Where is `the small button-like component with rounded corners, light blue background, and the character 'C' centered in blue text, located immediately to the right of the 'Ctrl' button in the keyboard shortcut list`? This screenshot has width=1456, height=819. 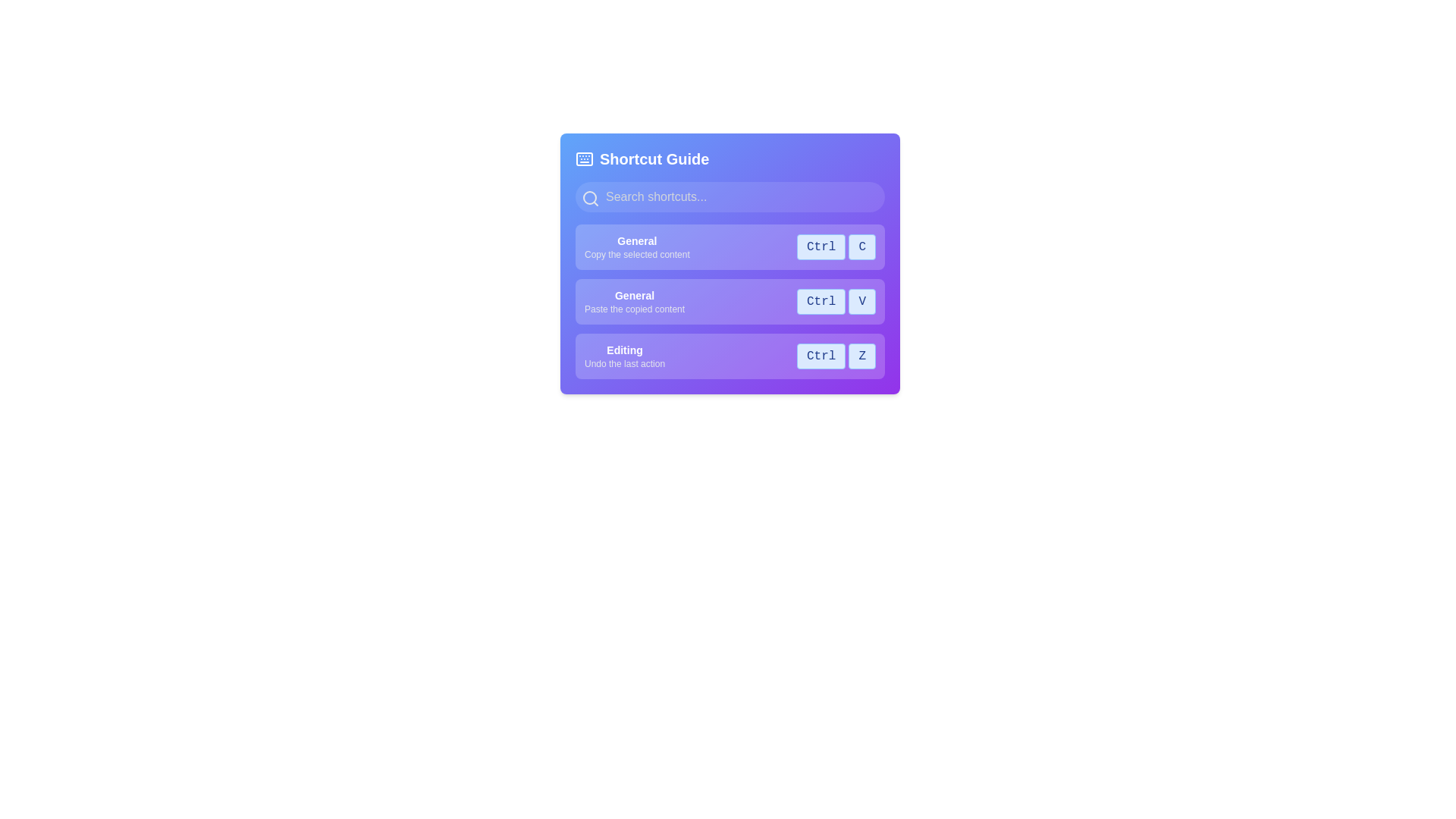 the small button-like component with rounded corners, light blue background, and the character 'C' centered in blue text, located immediately to the right of the 'Ctrl' button in the keyboard shortcut list is located at coordinates (862, 246).